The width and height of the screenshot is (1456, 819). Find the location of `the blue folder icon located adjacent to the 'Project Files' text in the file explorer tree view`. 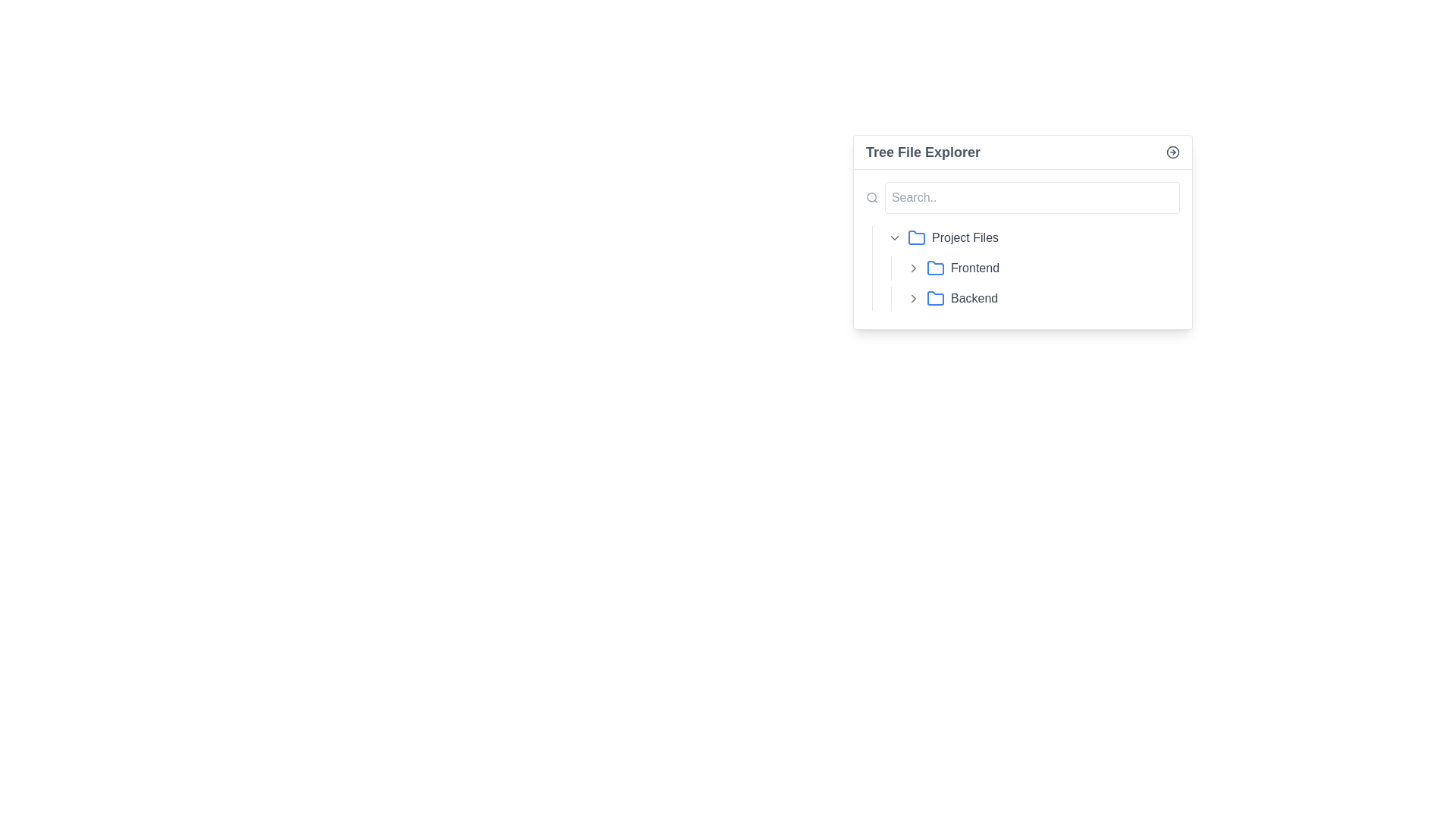

the blue folder icon located adjacent to the 'Project Files' text in the file explorer tree view is located at coordinates (916, 237).